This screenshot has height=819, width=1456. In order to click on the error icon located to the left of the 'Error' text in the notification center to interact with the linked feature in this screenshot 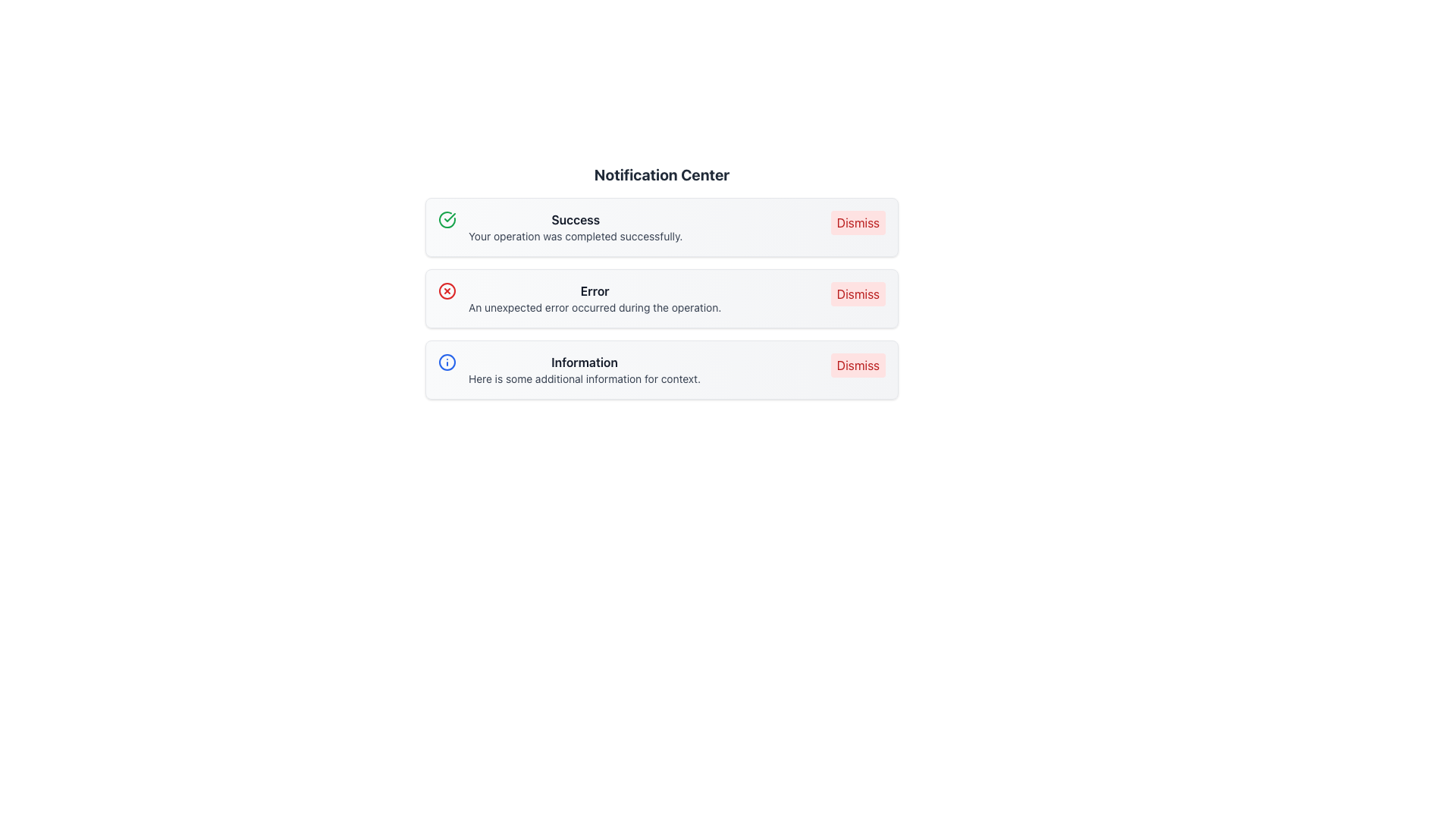, I will do `click(447, 291)`.